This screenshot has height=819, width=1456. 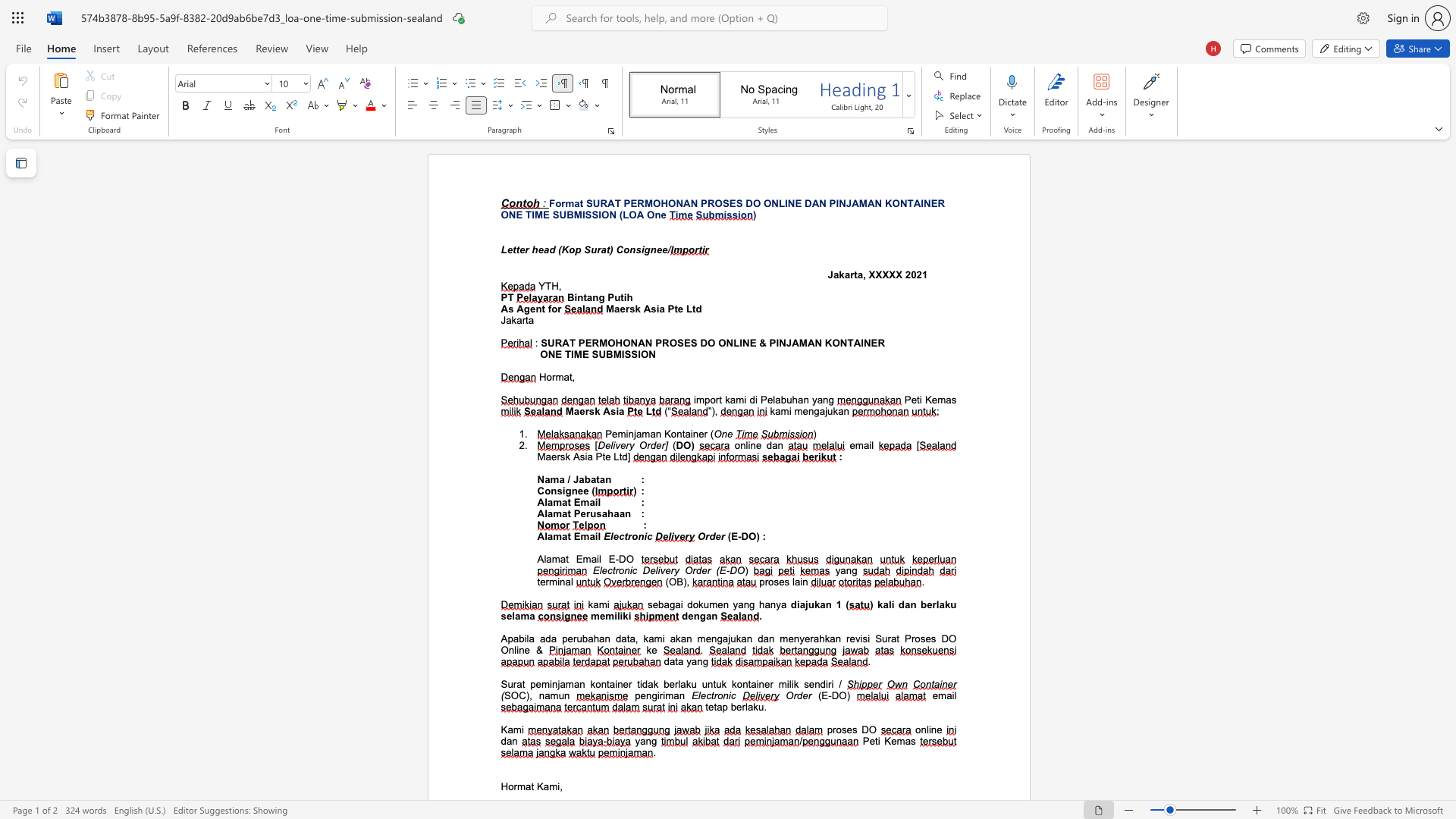 I want to click on the space between the continuous character "S" and "O" in the text, so click(x=511, y=695).